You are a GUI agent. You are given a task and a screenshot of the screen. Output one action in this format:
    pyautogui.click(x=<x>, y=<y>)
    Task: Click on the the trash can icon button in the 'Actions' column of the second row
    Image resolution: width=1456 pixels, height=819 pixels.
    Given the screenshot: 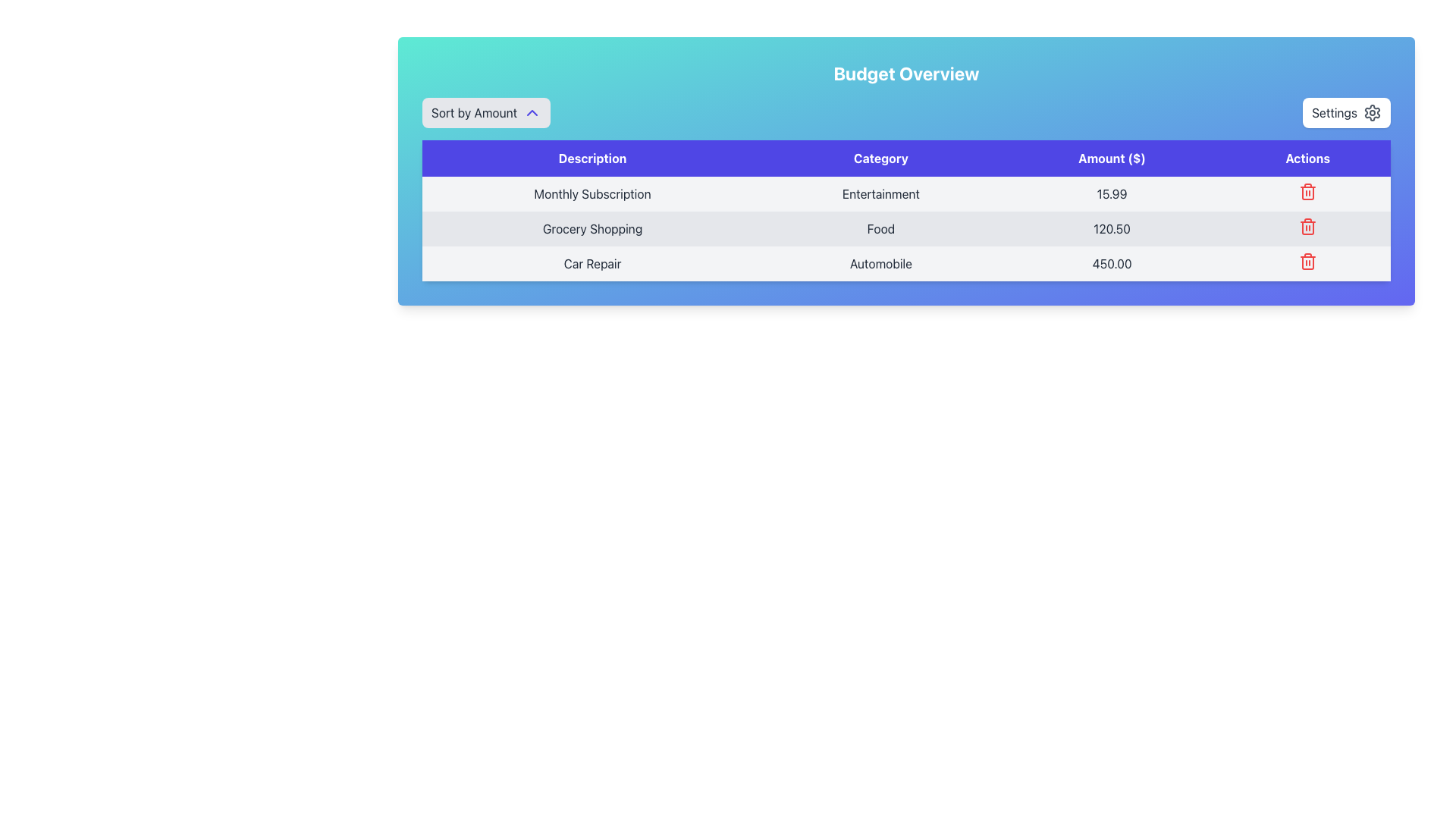 What is the action you would take?
    pyautogui.click(x=1307, y=227)
    